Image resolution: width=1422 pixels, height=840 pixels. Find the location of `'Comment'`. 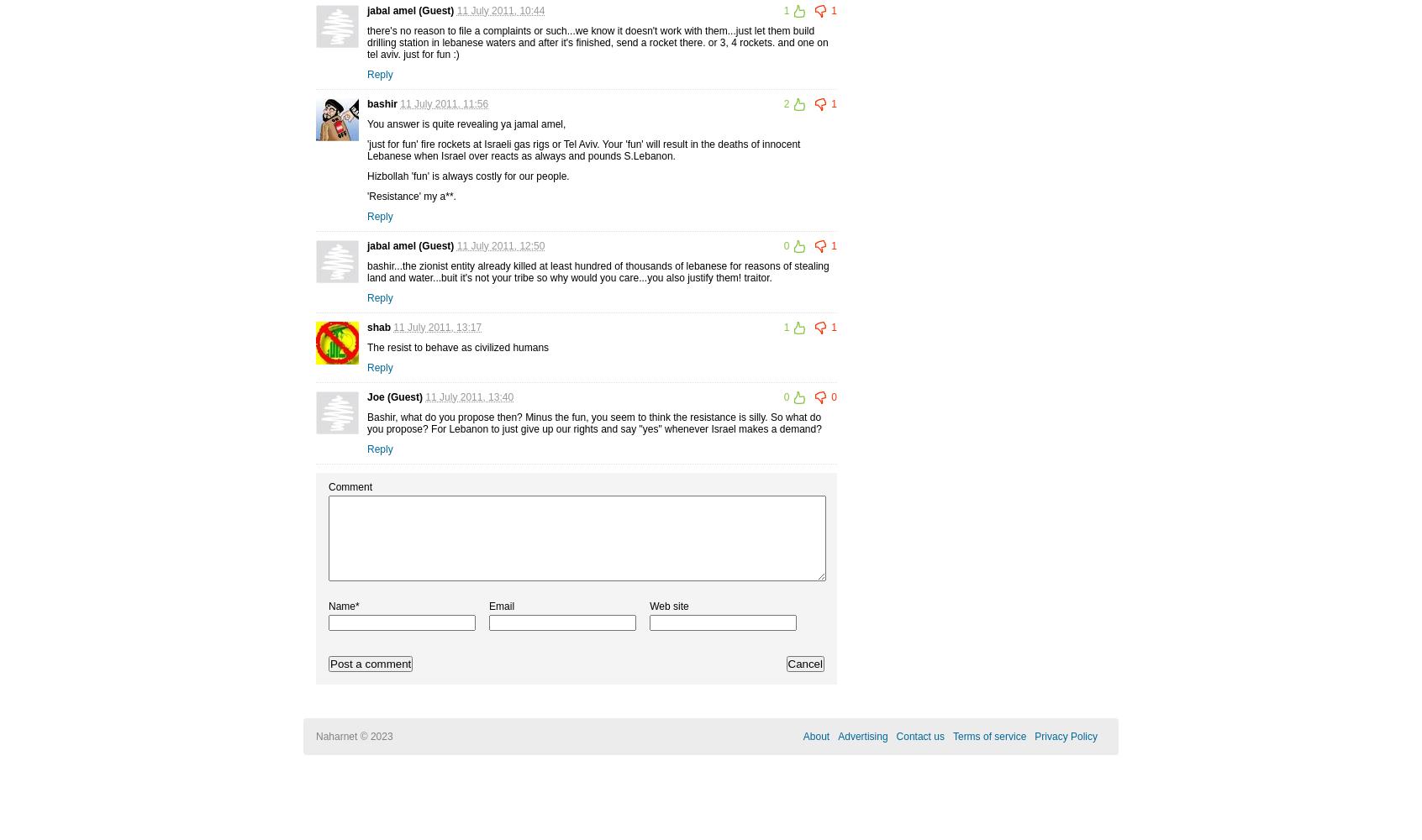

'Comment' is located at coordinates (350, 486).